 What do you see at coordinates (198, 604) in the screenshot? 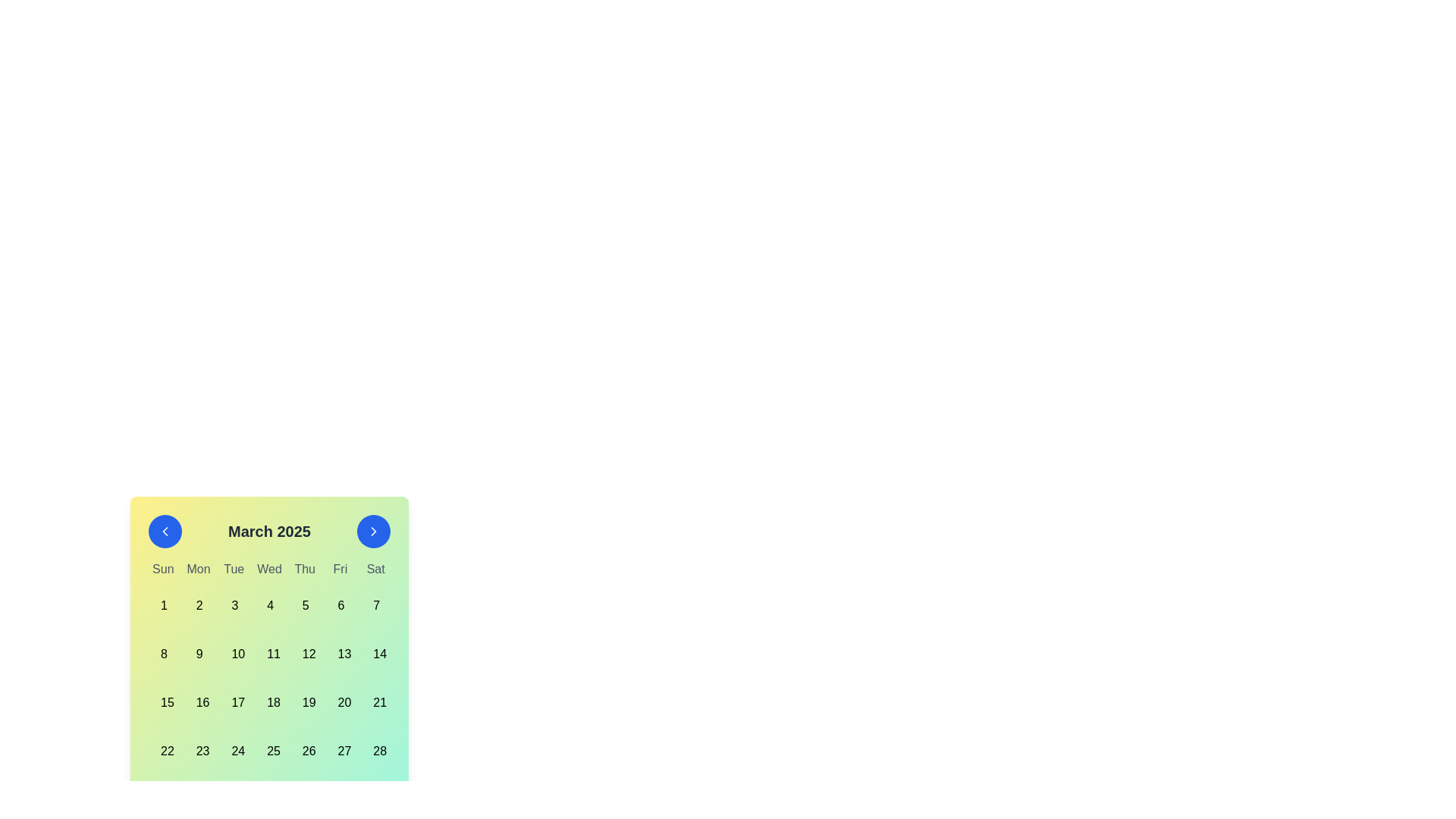
I see `the rounded rectangular date cell displaying the number '2' in bold, located in the first row, second column of the calendar grid` at bounding box center [198, 604].